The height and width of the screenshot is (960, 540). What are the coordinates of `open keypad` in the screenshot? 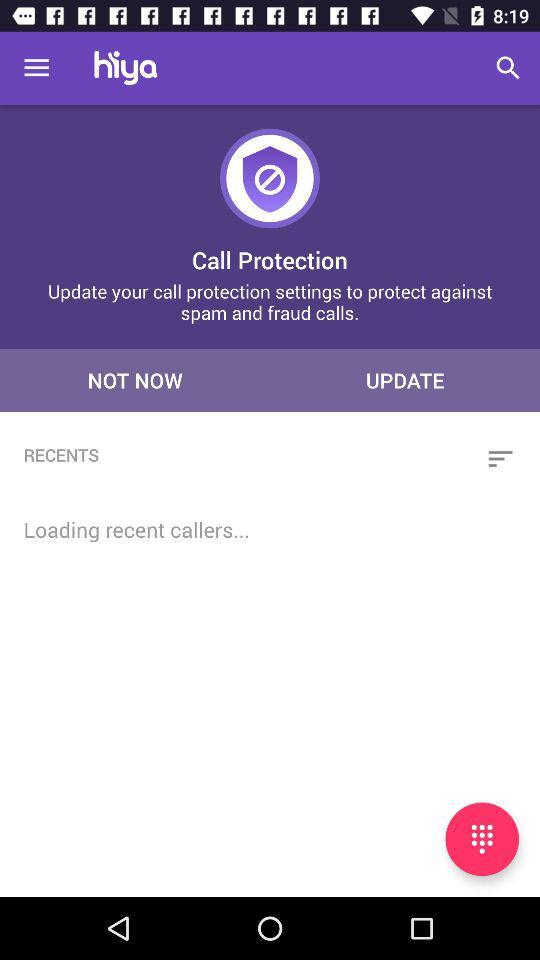 It's located at (481, 839).